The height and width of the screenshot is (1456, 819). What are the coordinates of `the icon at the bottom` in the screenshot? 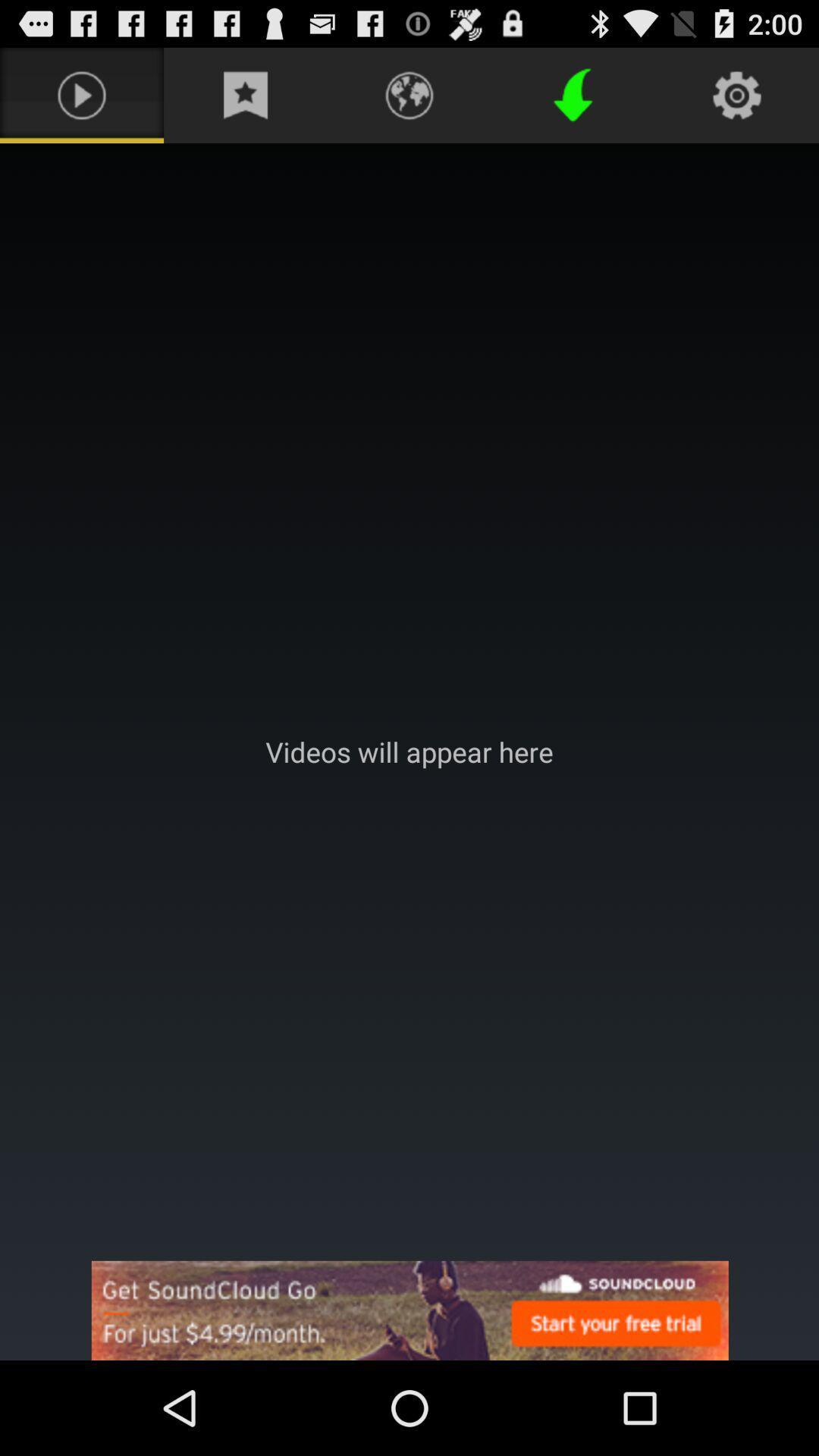 It's located at (409, 1310).